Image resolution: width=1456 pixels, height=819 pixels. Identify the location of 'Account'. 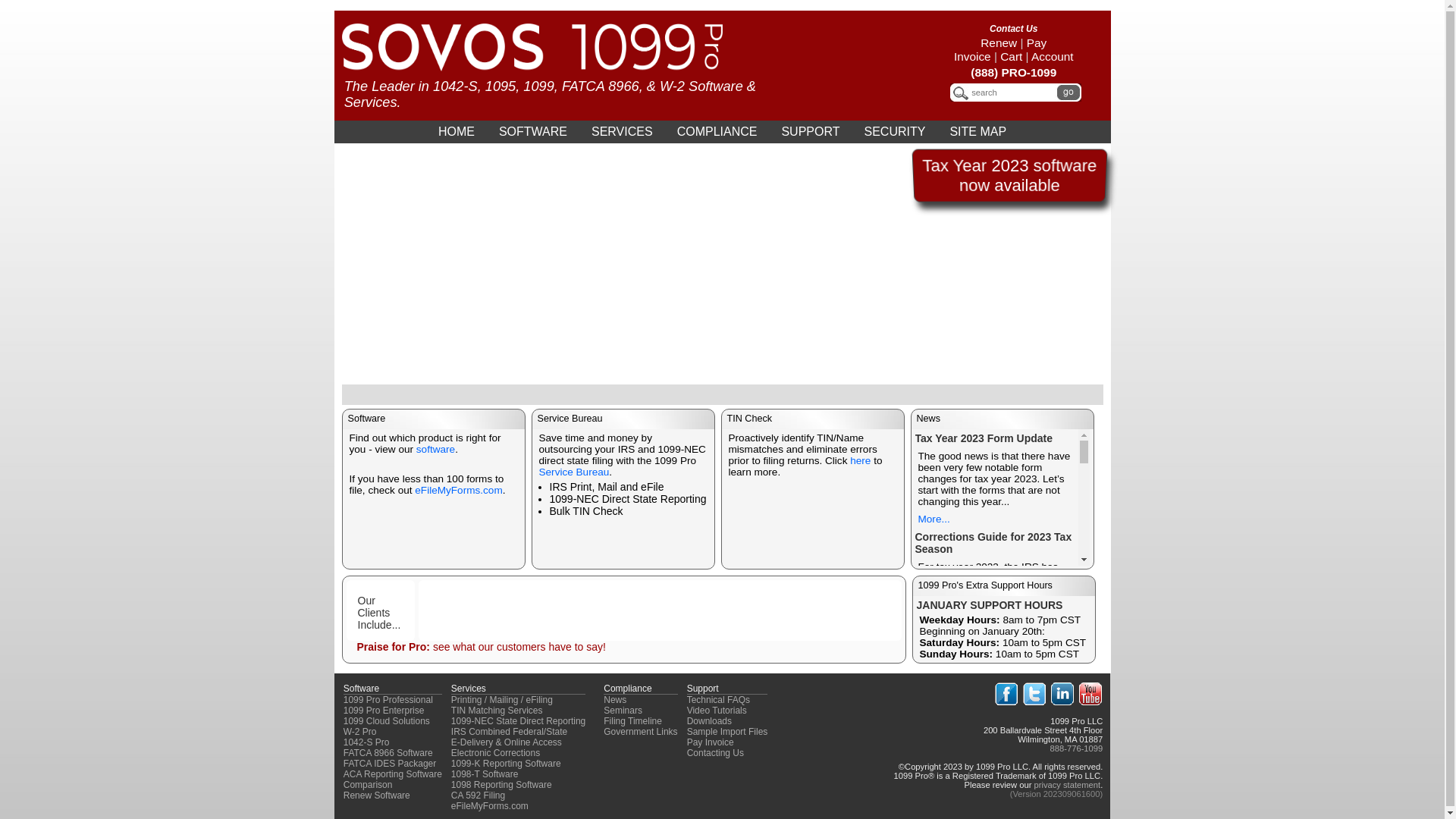
(1051, 55).